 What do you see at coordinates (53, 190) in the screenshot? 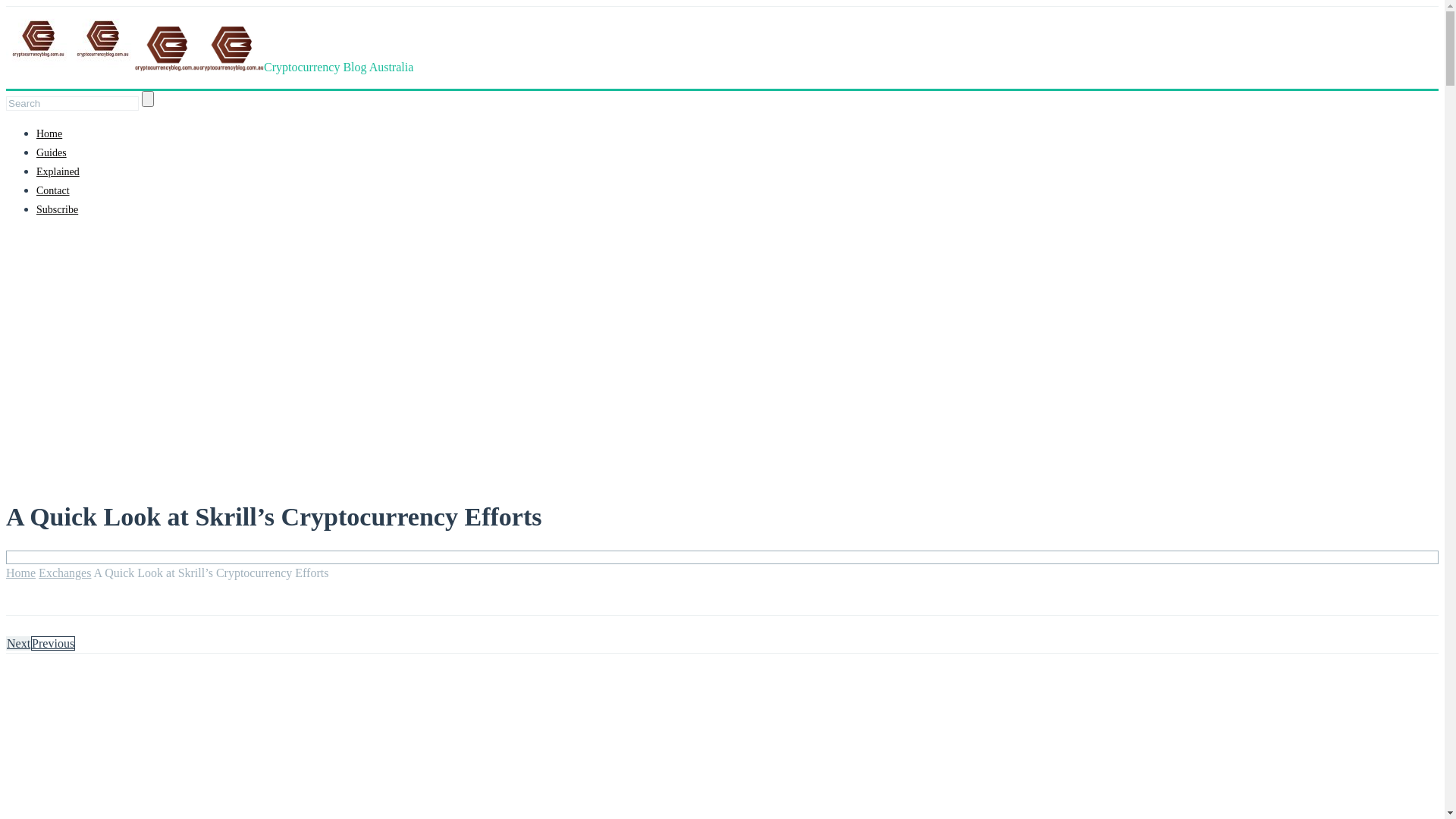
I see `'Contact'` at bounding box center [53, 190].